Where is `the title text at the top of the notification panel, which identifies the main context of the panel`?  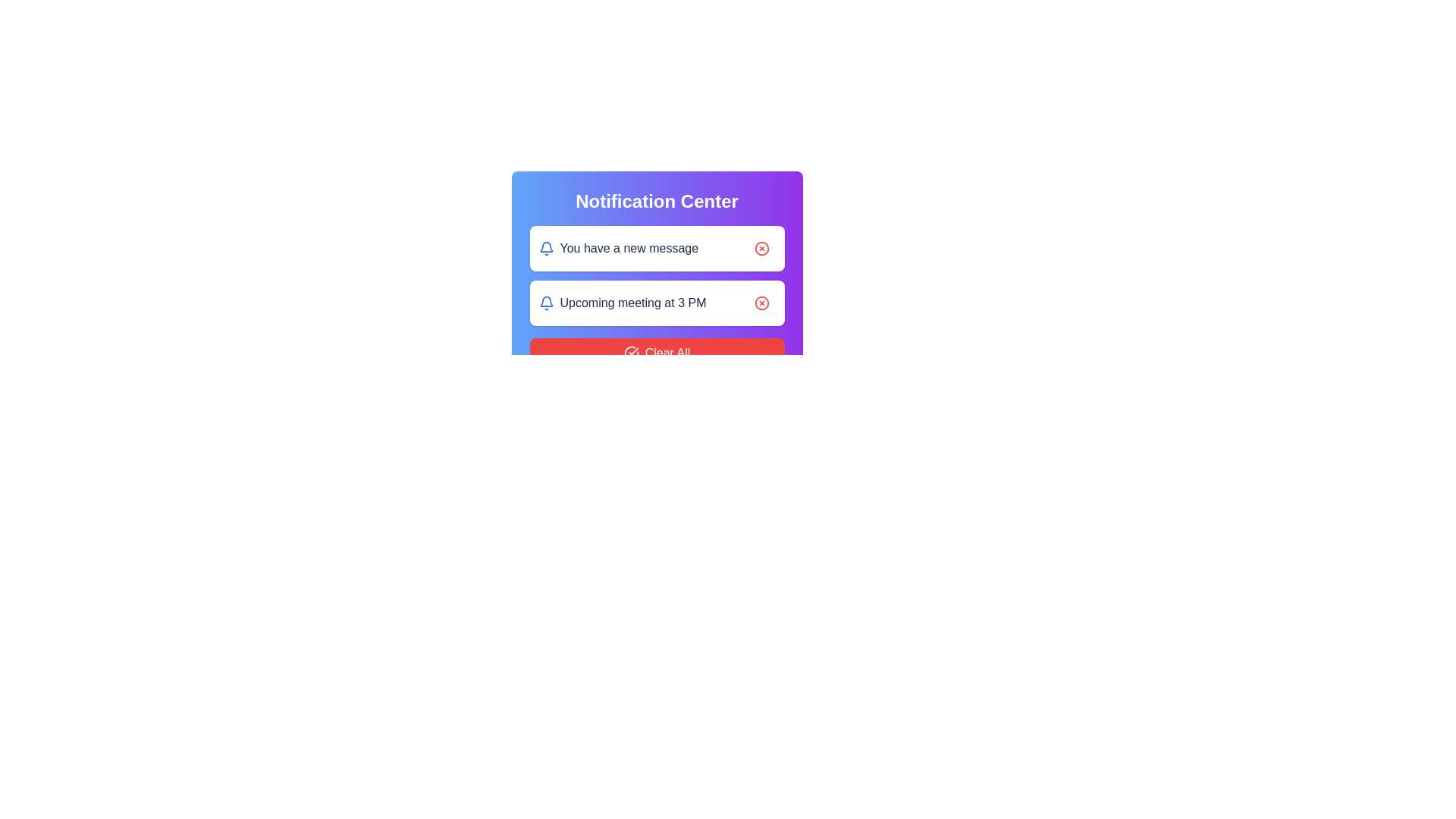
the title text at the top of the notification panel, which identifies the main context of the panel is located at coordinates (657, 201).